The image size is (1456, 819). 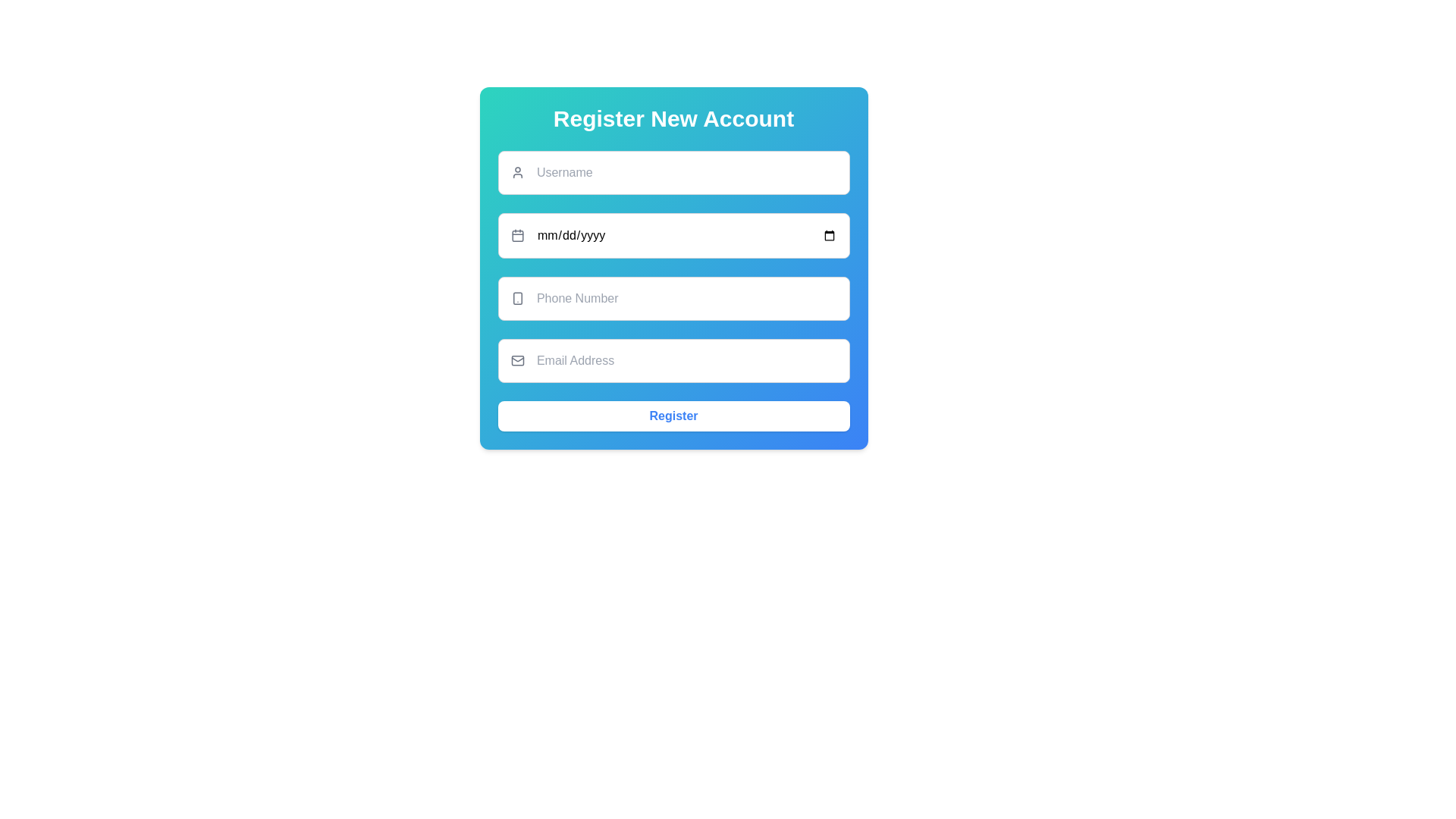 I want to click on the user-related information icon, which is positioned to the far left of the 'Username' input field, so click(x=517, y=171).